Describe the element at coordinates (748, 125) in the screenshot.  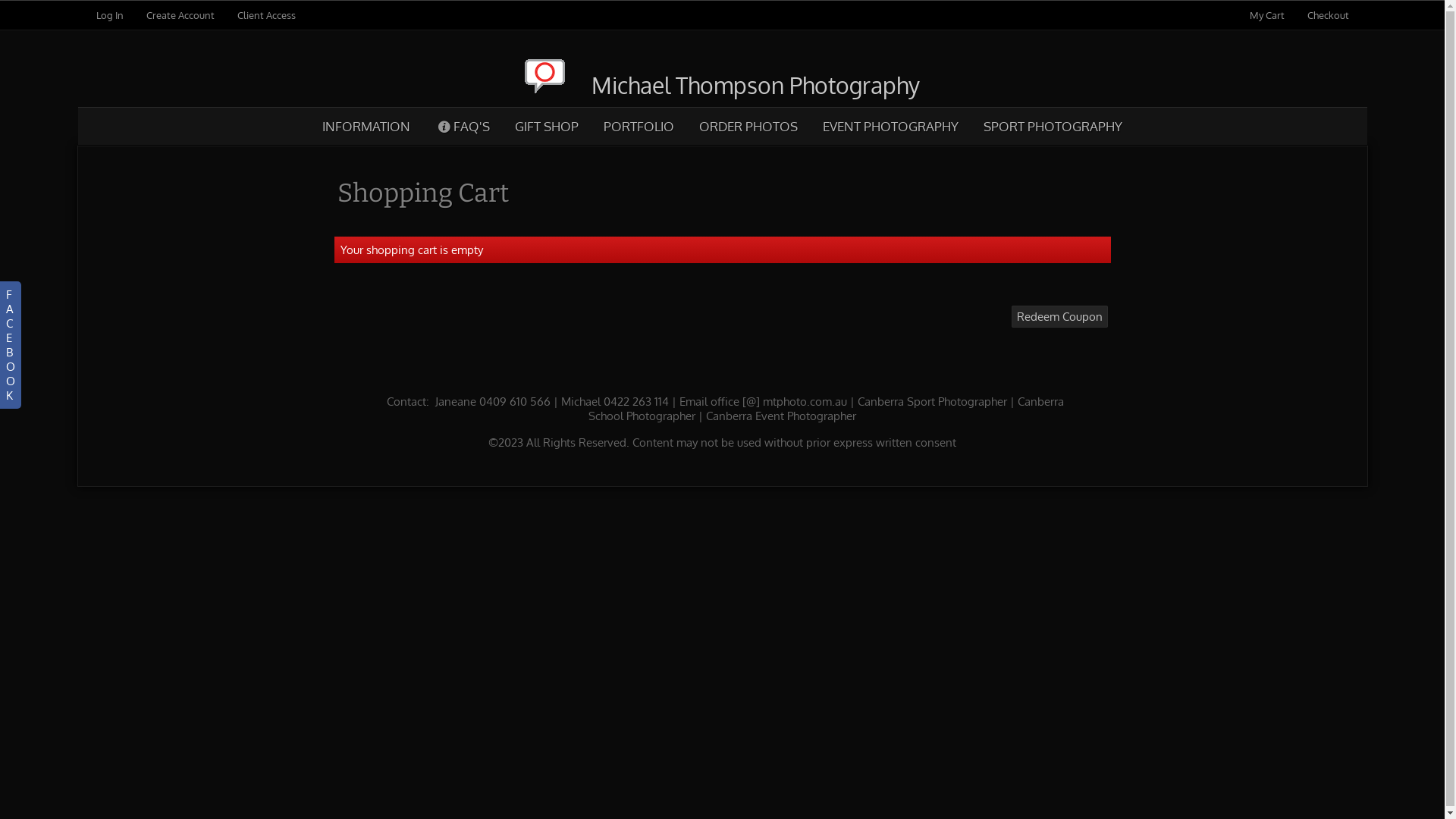
I see `'ORDER PHOTOS'` at that location.